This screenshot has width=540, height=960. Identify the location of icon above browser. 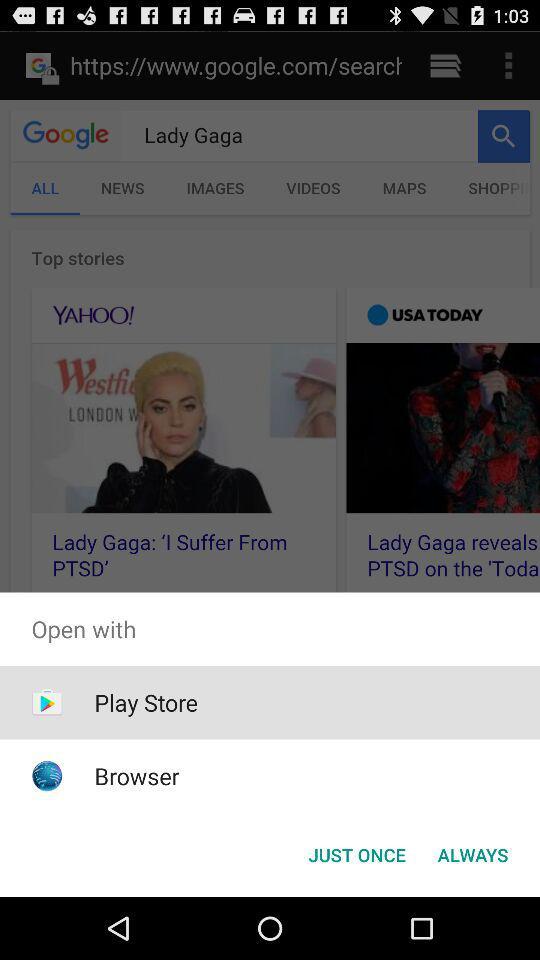
(145, 702).